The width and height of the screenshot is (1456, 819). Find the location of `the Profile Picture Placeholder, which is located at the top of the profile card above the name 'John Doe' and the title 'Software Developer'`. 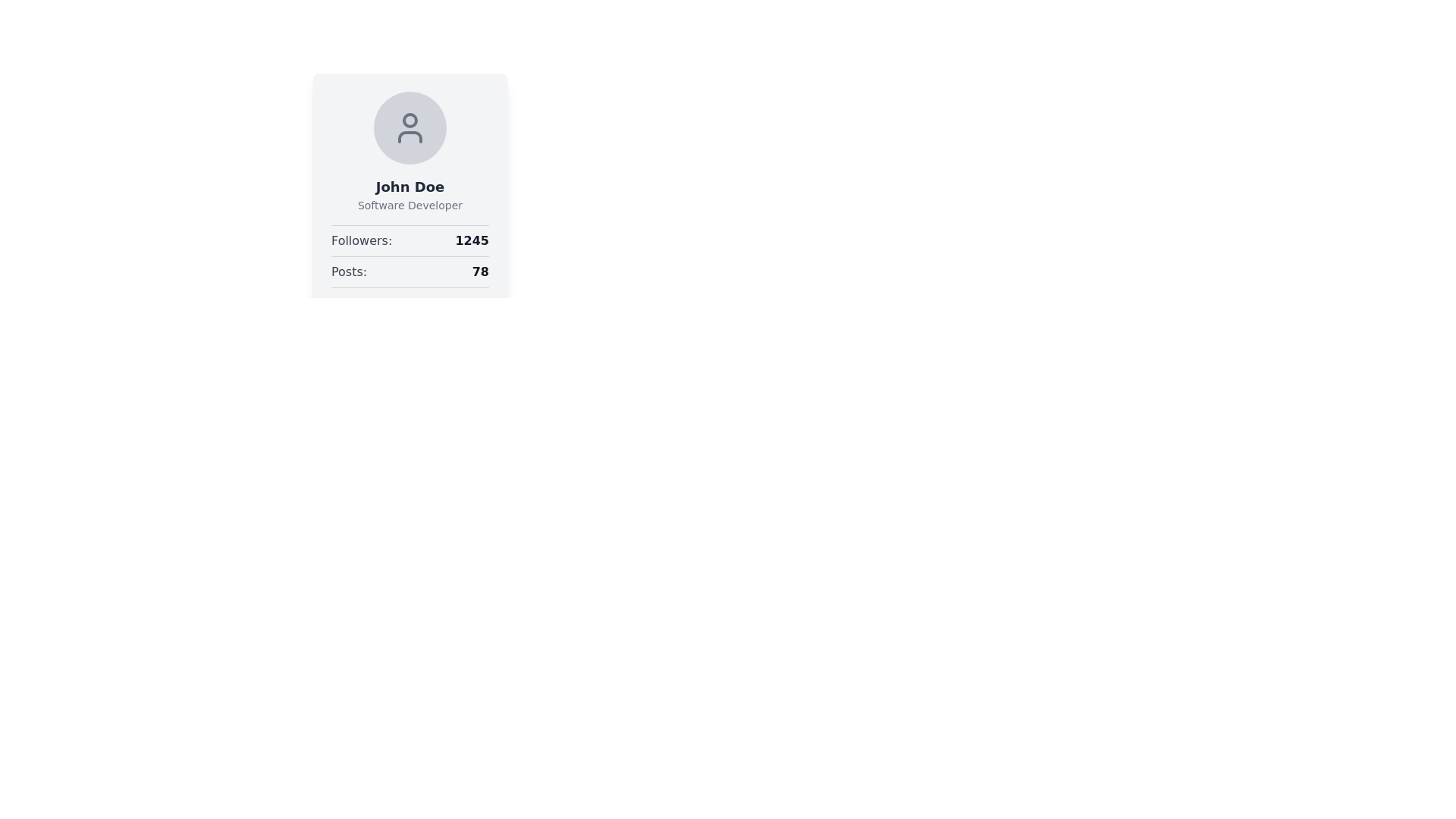

the Profile Picture Placeholder, which is located at the top of the profile card above the name 'John Doe' and the title 'Software Developer' is located at coordinates (410, 127).